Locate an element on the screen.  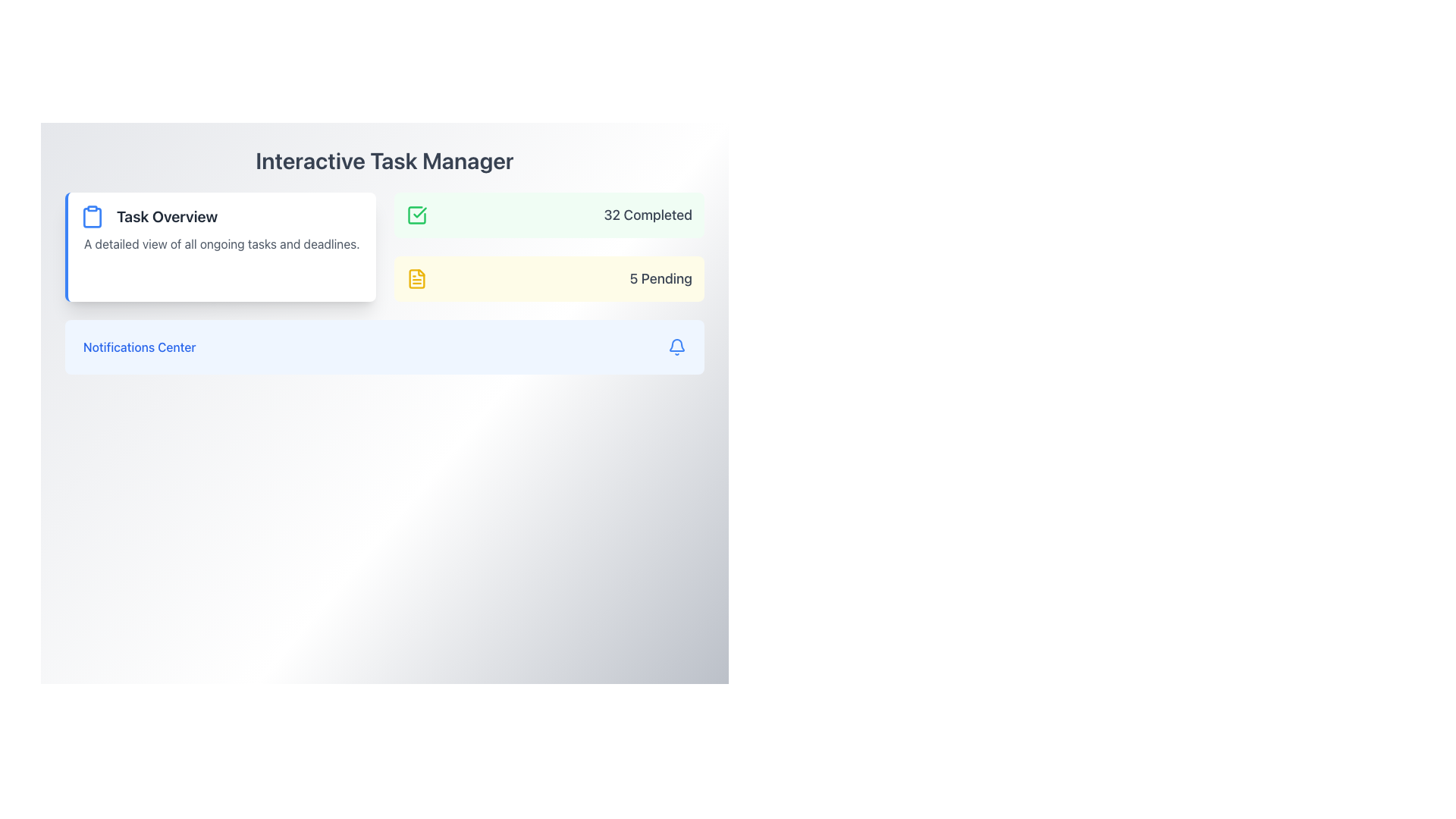
text displayed in the title or heading area of the application, which is positioned at the top-center of the interface is located at coordinates (384, 161).